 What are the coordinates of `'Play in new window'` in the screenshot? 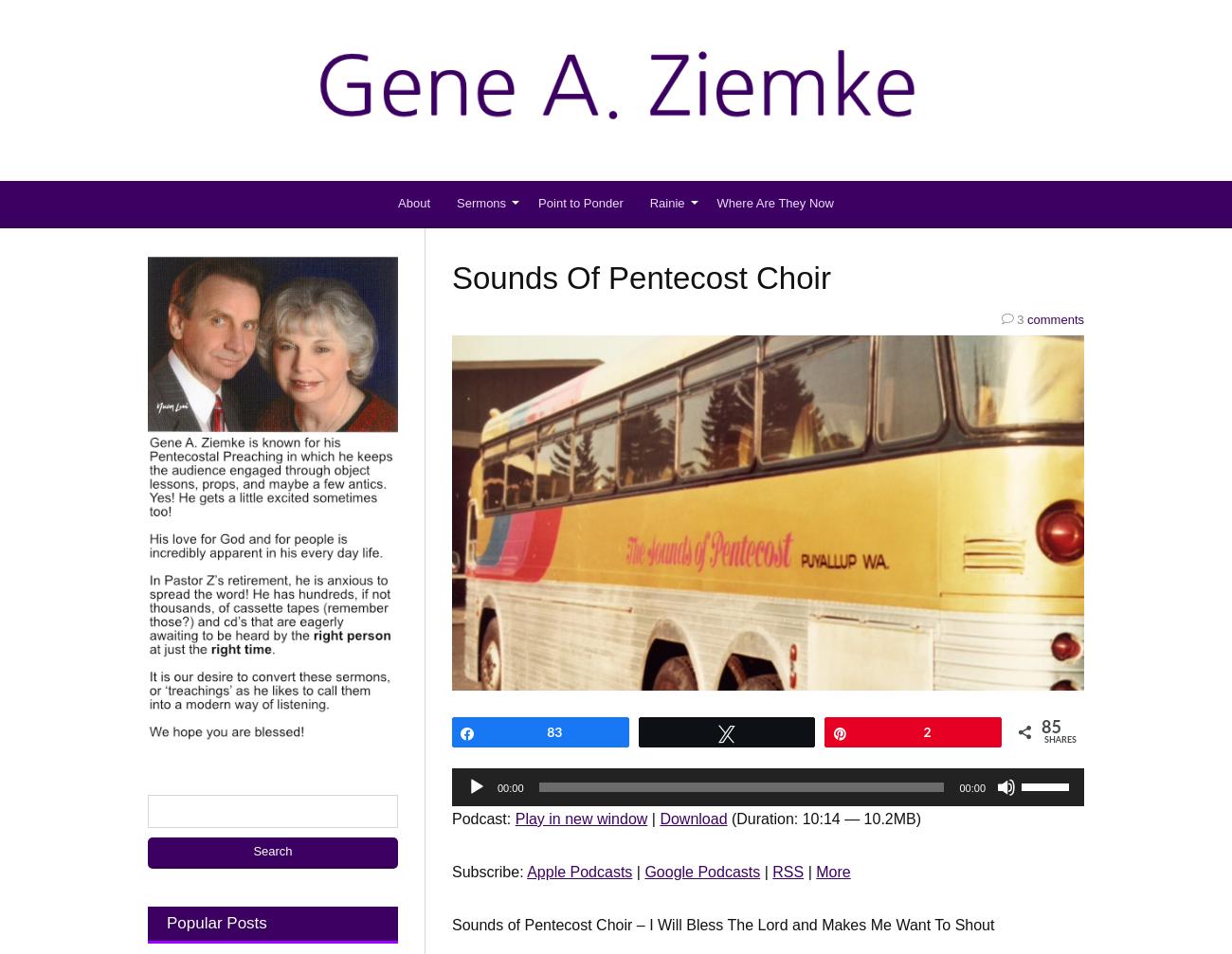 It's located at (580, 817).